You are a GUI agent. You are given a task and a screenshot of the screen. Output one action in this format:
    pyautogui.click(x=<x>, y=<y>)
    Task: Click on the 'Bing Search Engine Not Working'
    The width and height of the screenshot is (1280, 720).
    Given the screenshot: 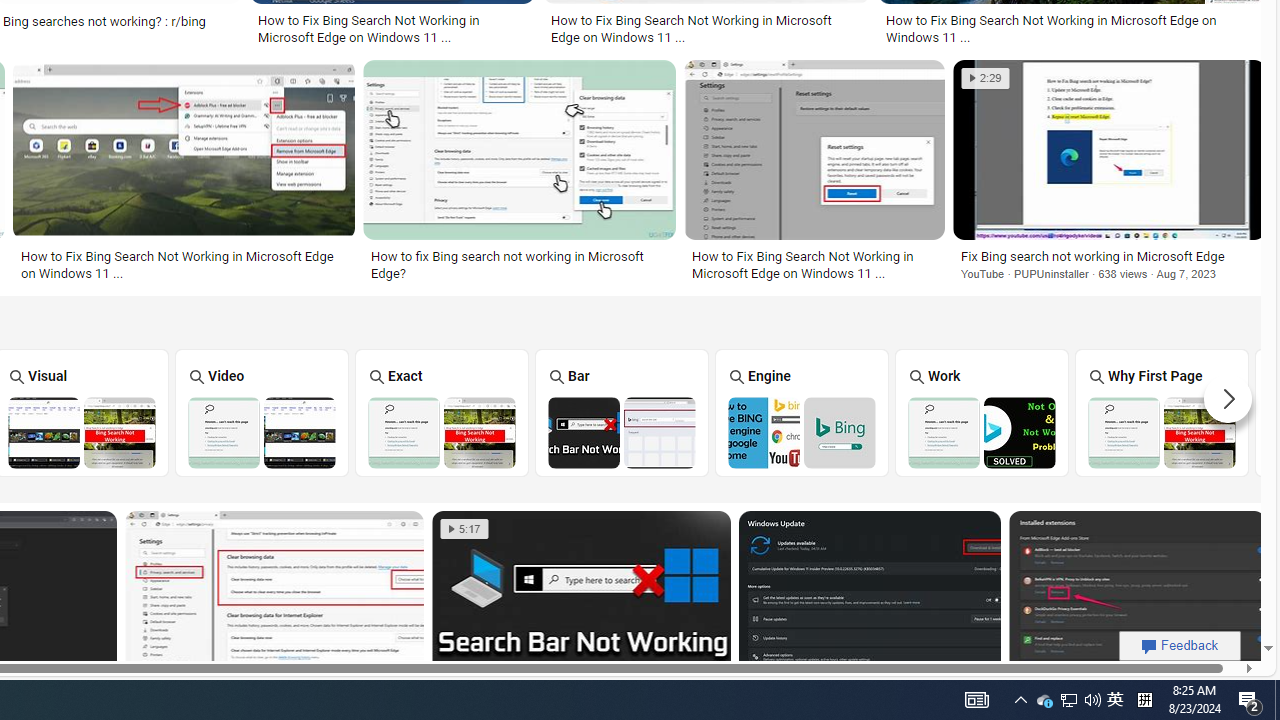 What is the action you would take?
    pyautogui.click(x=802, y=431)
    